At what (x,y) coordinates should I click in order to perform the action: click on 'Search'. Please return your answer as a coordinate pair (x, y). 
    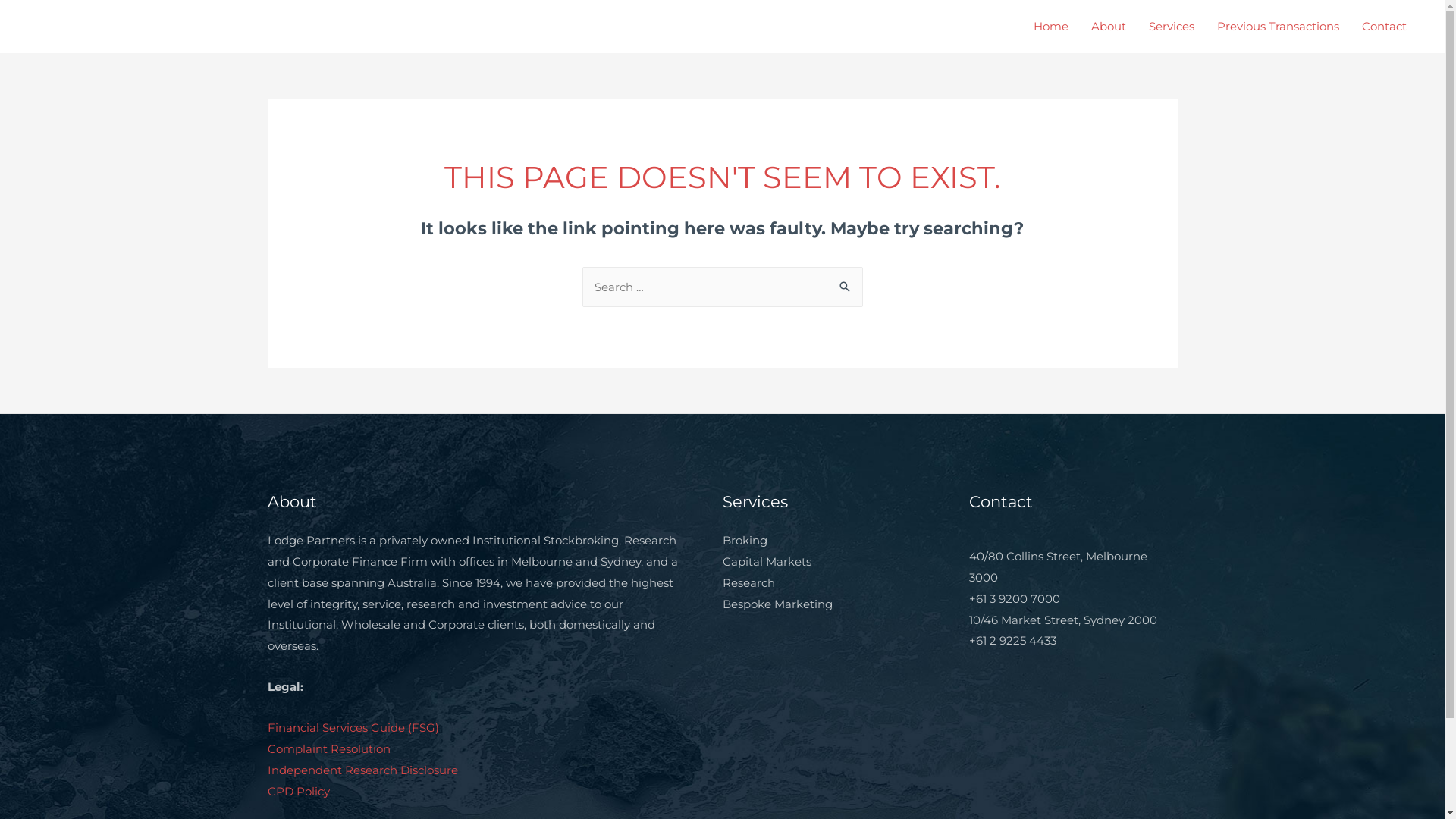
    Looking at the image, I should click on (844, 282).